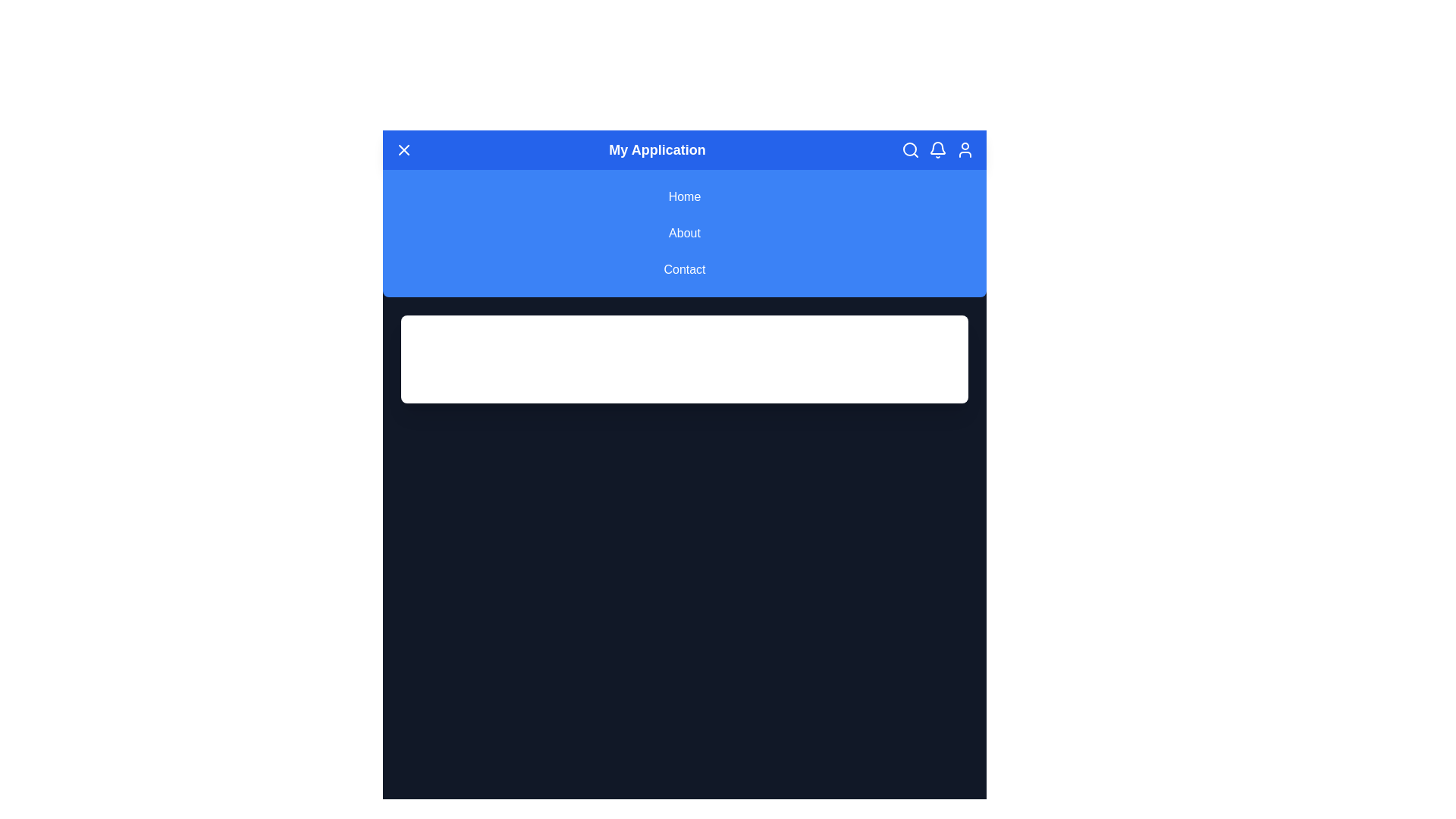  Describe the element at coordinates (937, 149) in the screenshot. I see `the notification icon in the header` at that location.